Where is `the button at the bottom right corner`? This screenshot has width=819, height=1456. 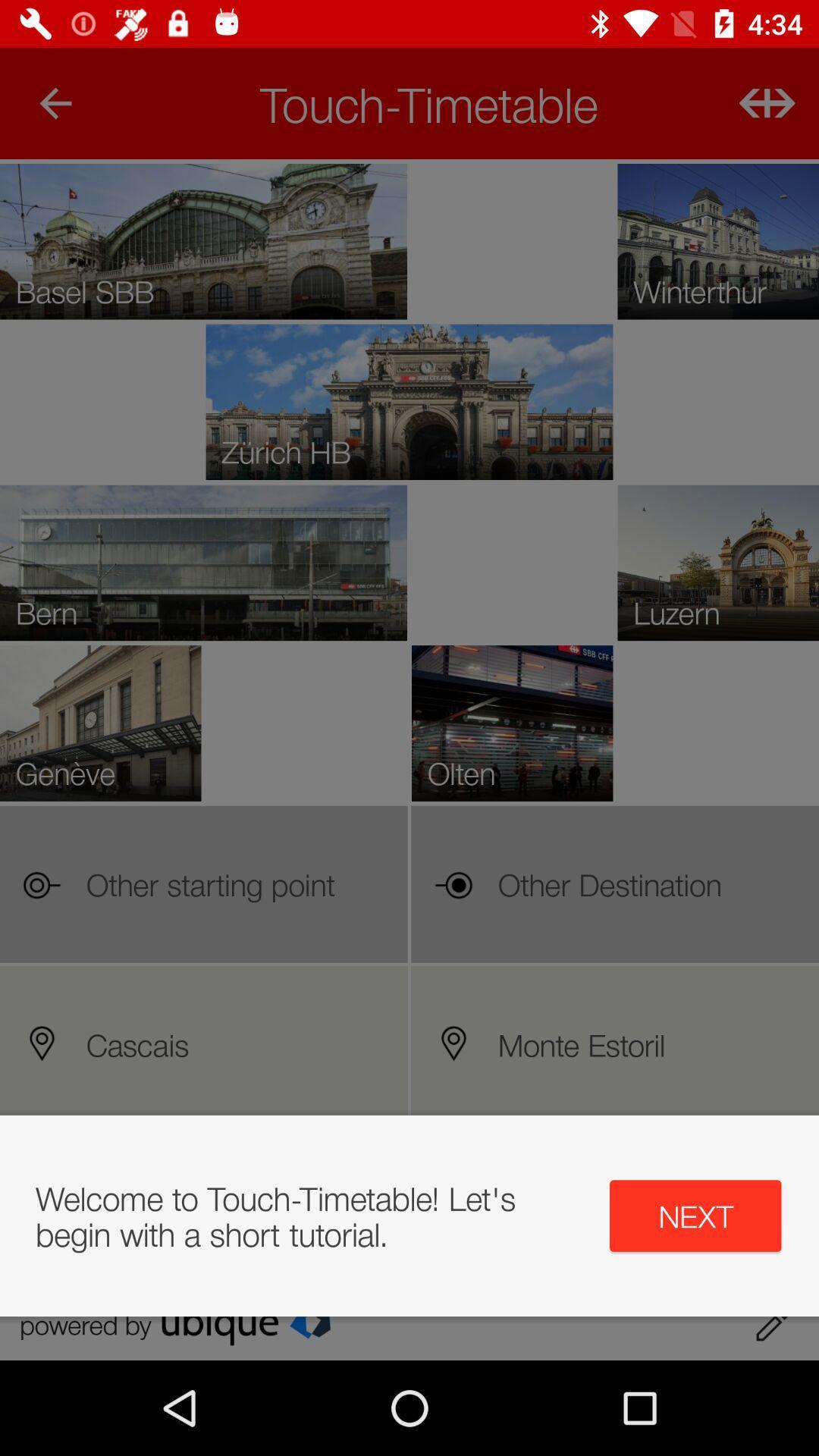
the button at the bottom right corner is located at coordinates (695, 1216).